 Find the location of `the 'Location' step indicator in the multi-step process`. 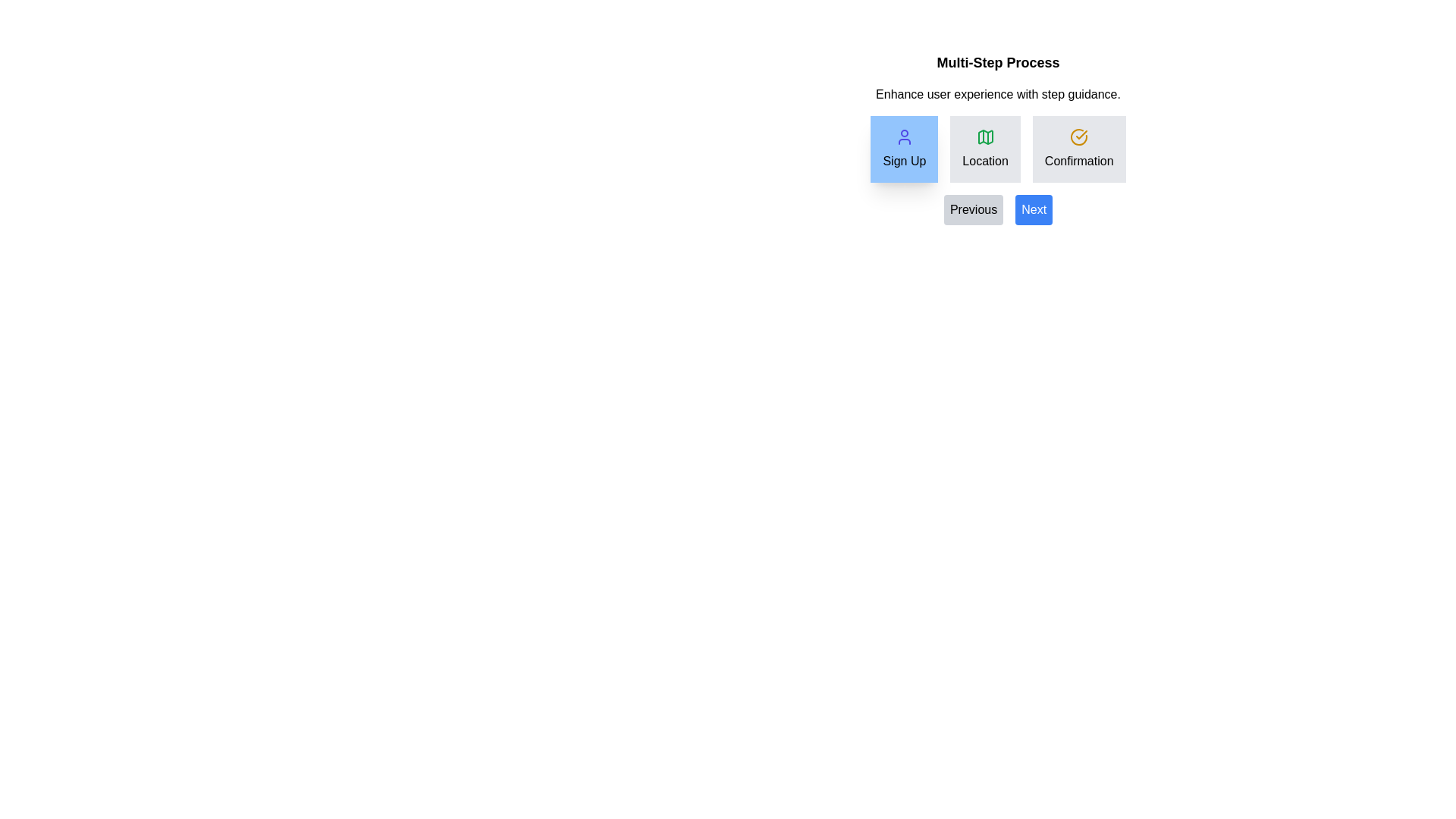

the 'Location' step indicator in the multi-step process is located at coordinates (998, 149).